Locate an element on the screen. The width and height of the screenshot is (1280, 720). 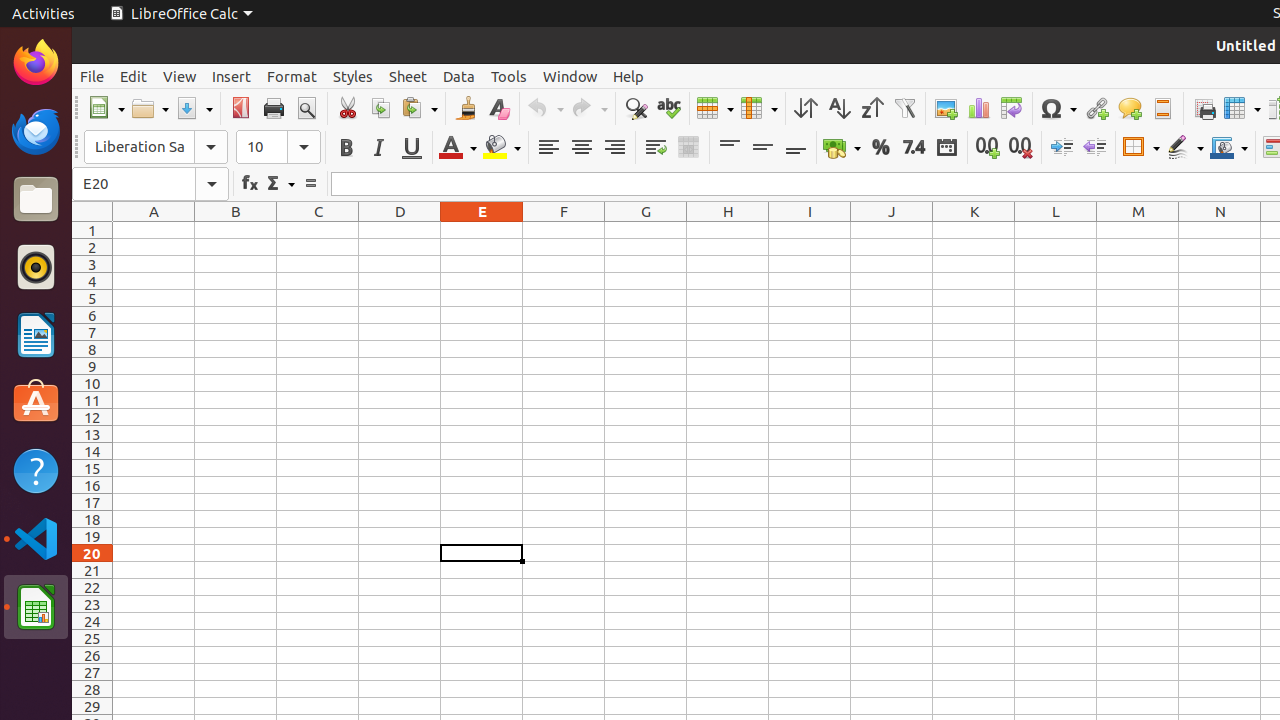
'Styles' is located at coordinates (353, 75).